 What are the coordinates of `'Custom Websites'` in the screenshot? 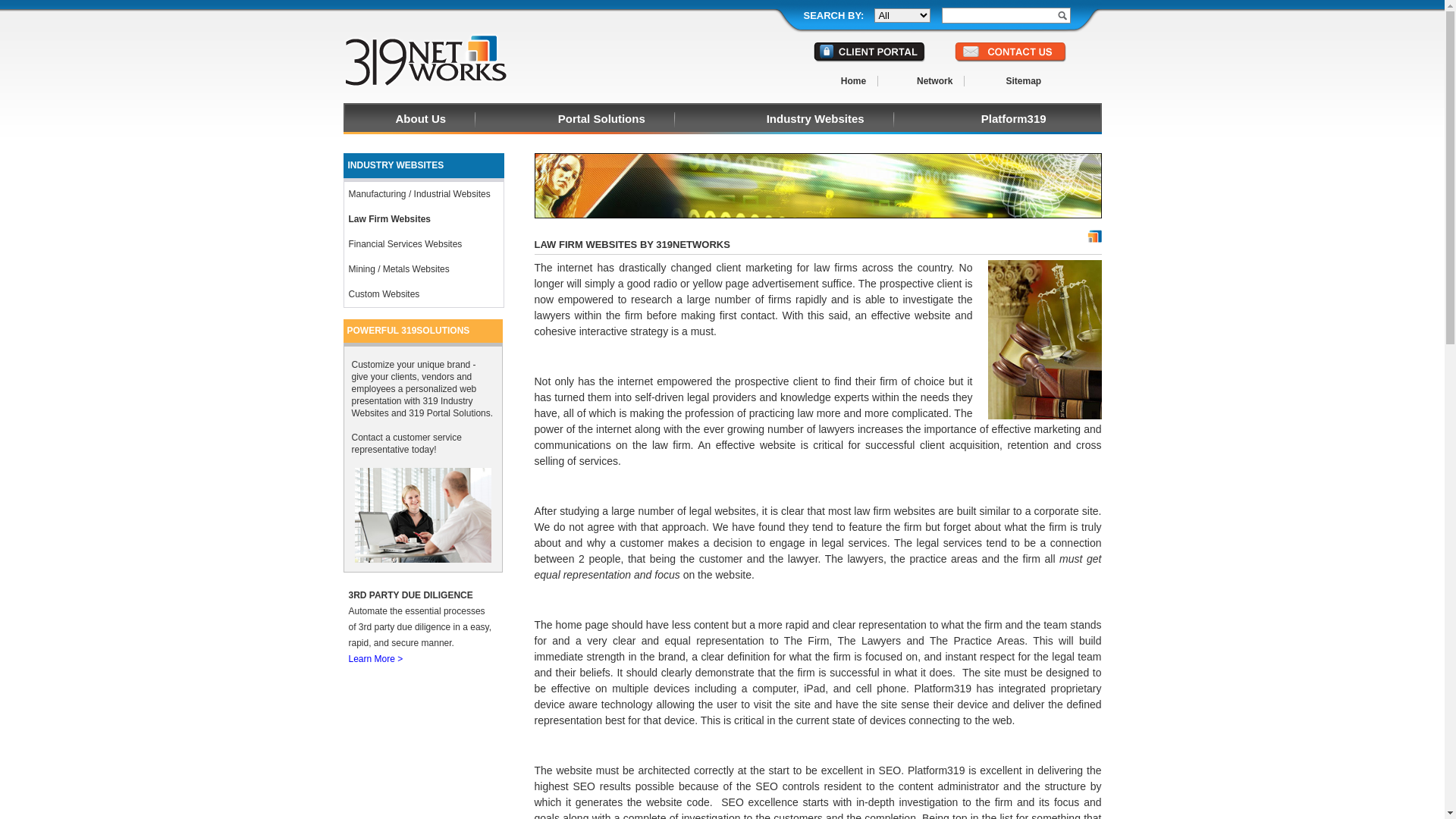 It's located at (422, 294).